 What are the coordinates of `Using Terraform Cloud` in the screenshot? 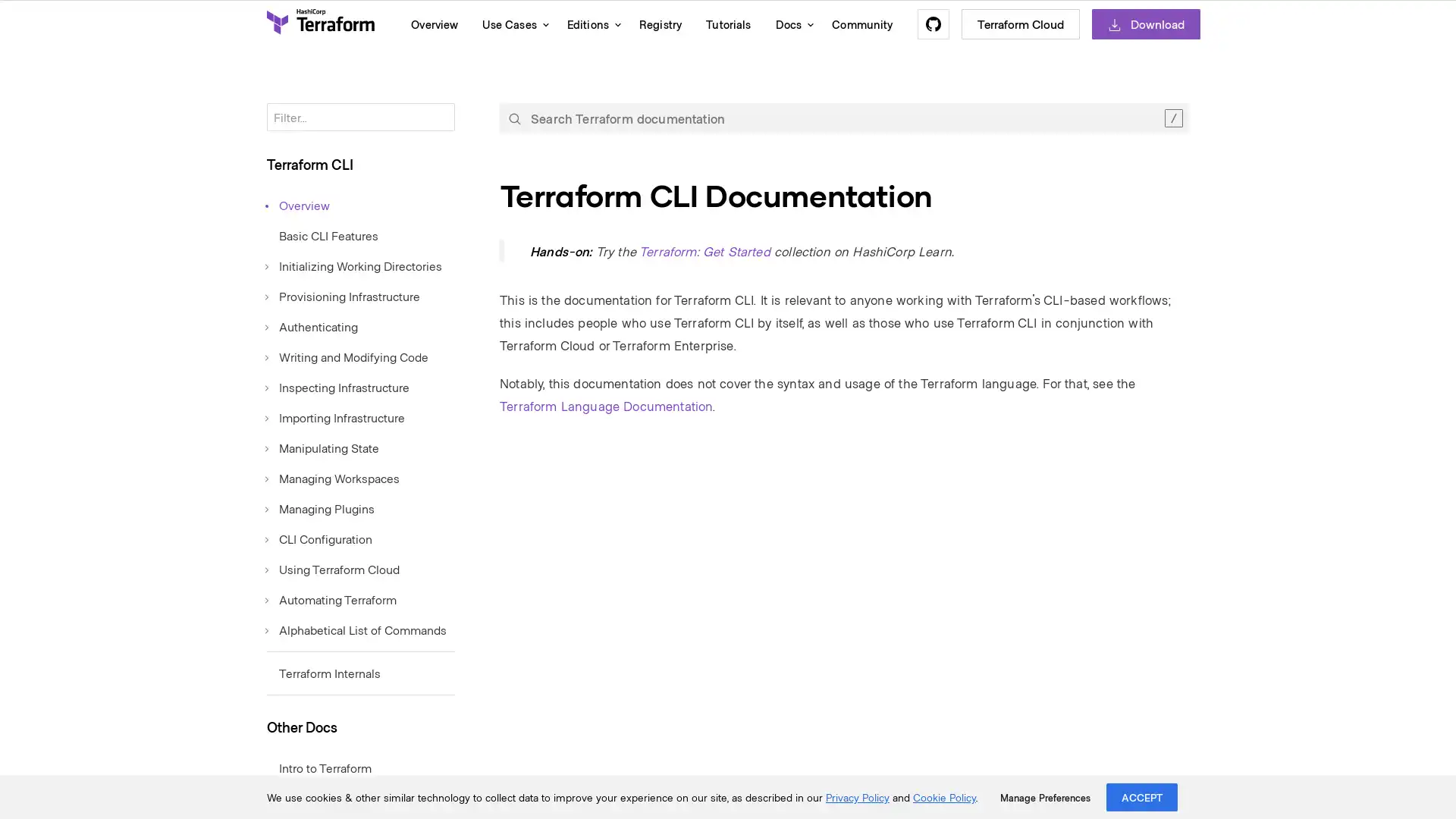 It's located at (332, 568).